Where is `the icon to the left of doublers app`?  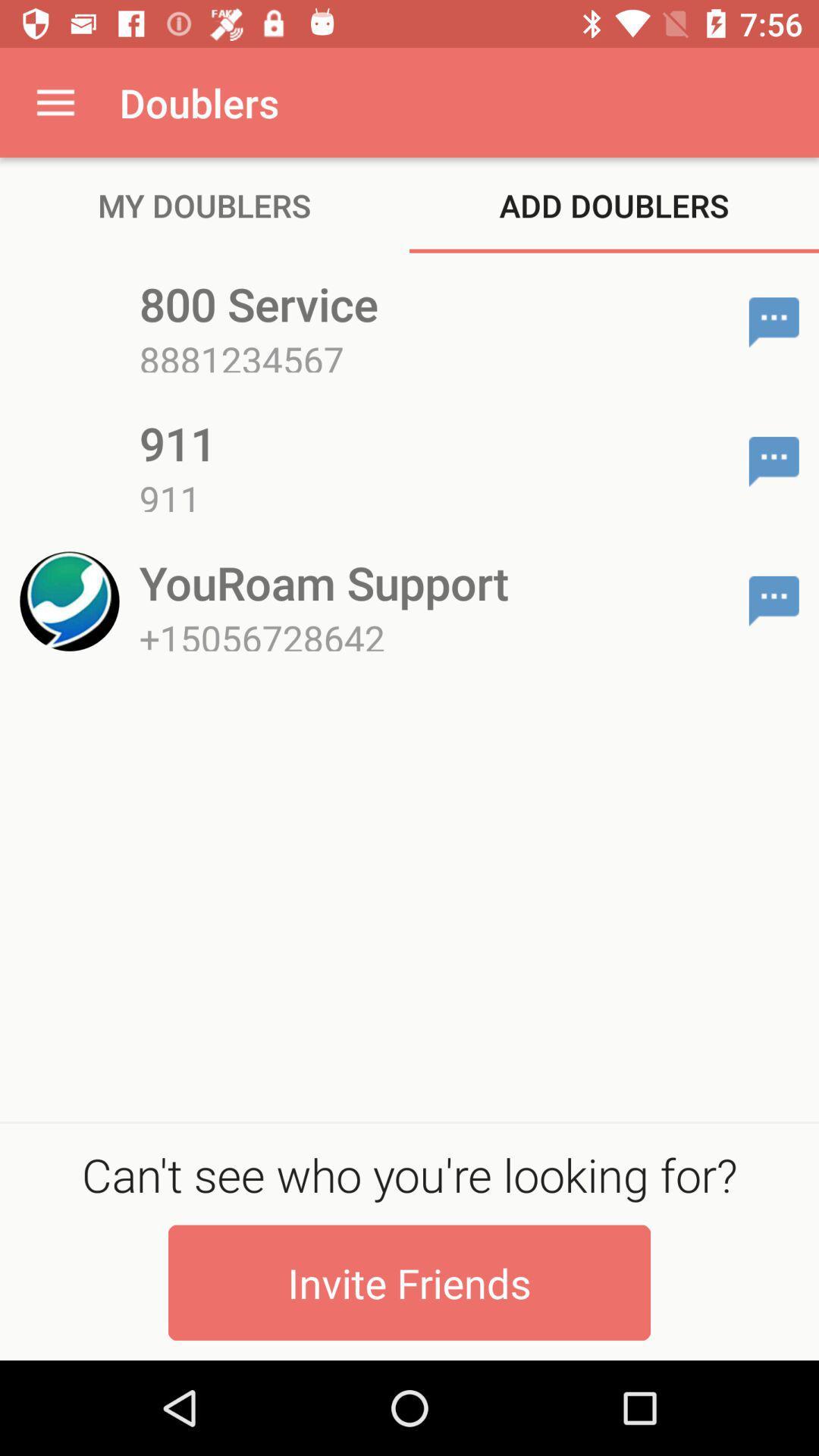
the icon to the left of doublers app is located at coordinates (55, 102).